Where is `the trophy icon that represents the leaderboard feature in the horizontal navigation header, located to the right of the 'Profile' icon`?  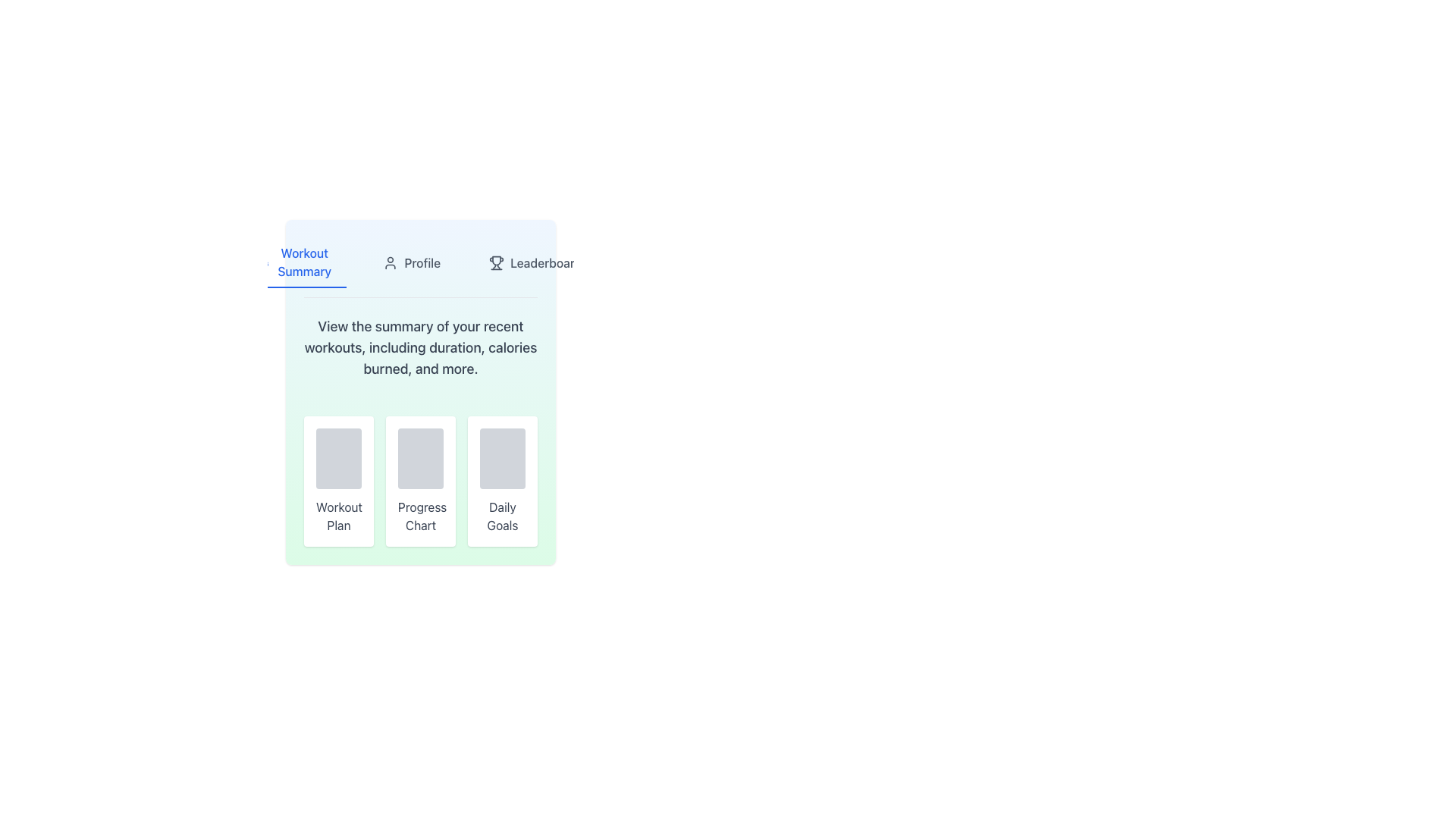 the trophy icon that represents the leaderboard feature in the horizontal navigation header, located to the right of the 'Profile' icon is located at coordinates (497, 260).